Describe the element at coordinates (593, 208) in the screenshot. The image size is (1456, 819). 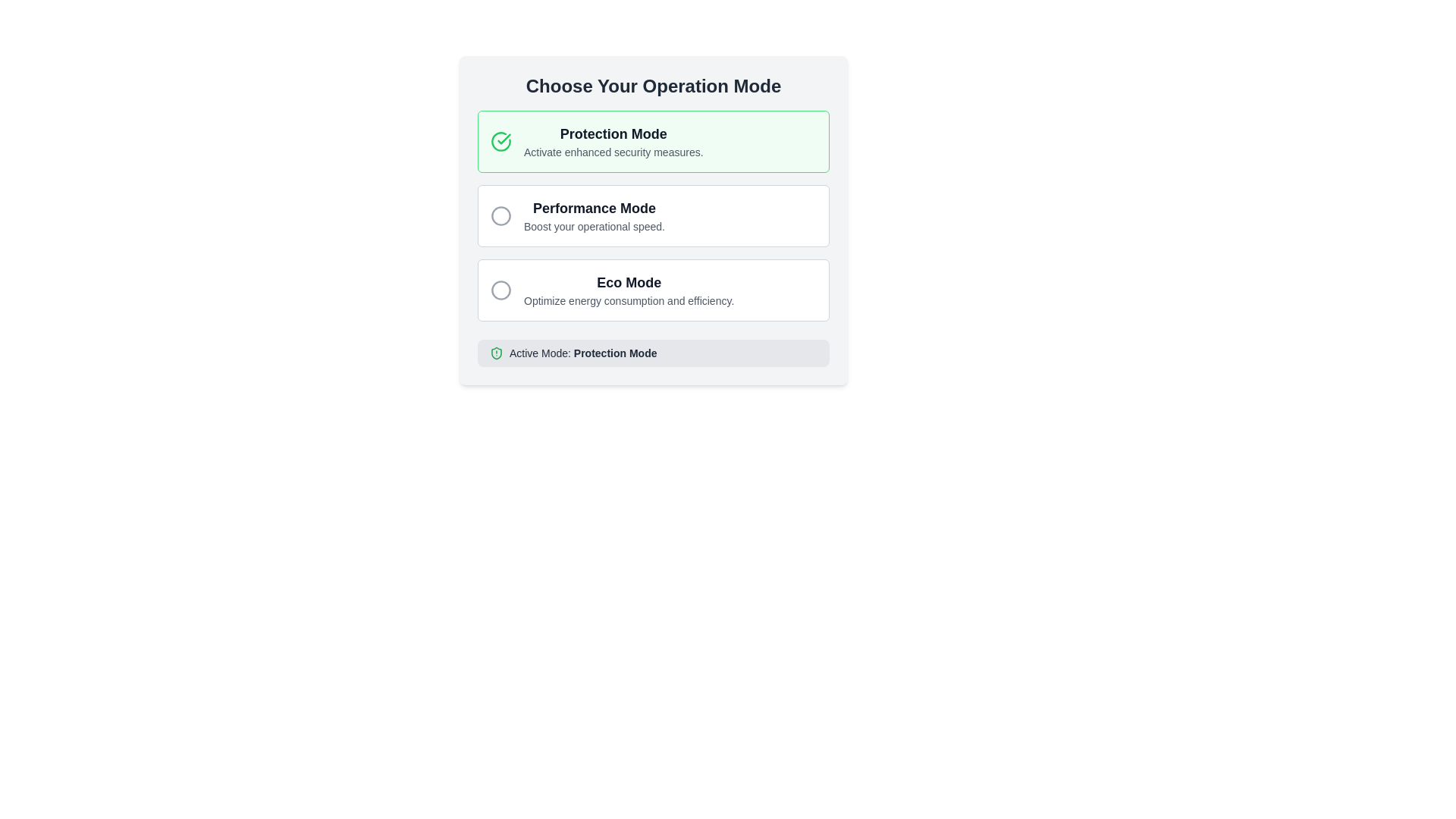
I see `the 'Performance Mode' title element in the list of operation modes, which is positioned between 'Protection Mode' and 'Eco Mode'` at that location.